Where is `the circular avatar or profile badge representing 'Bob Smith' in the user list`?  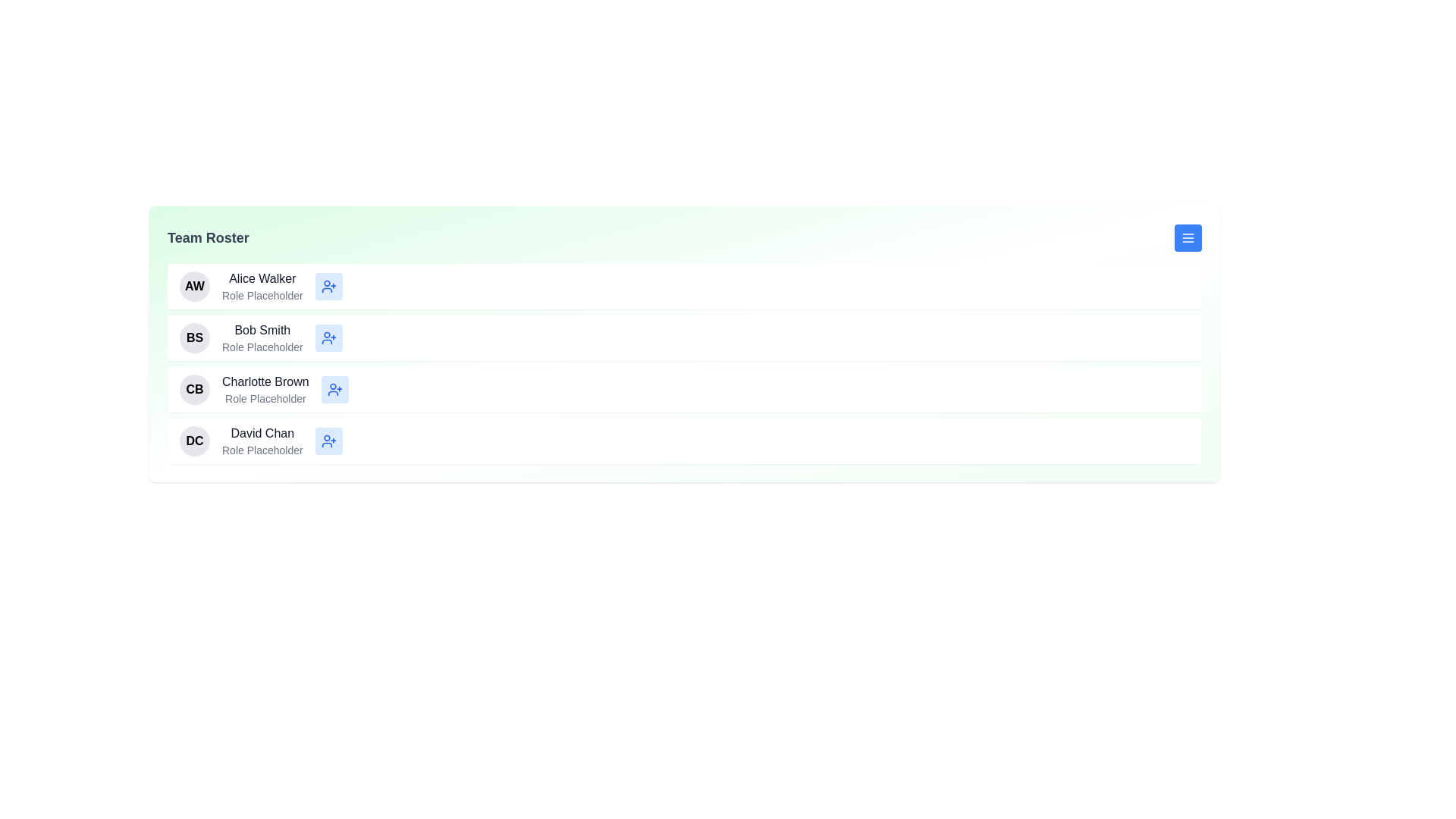 the circular avatar or profile badge representing 'Bob Smith' in the user list is located at coordinates (194, 337).